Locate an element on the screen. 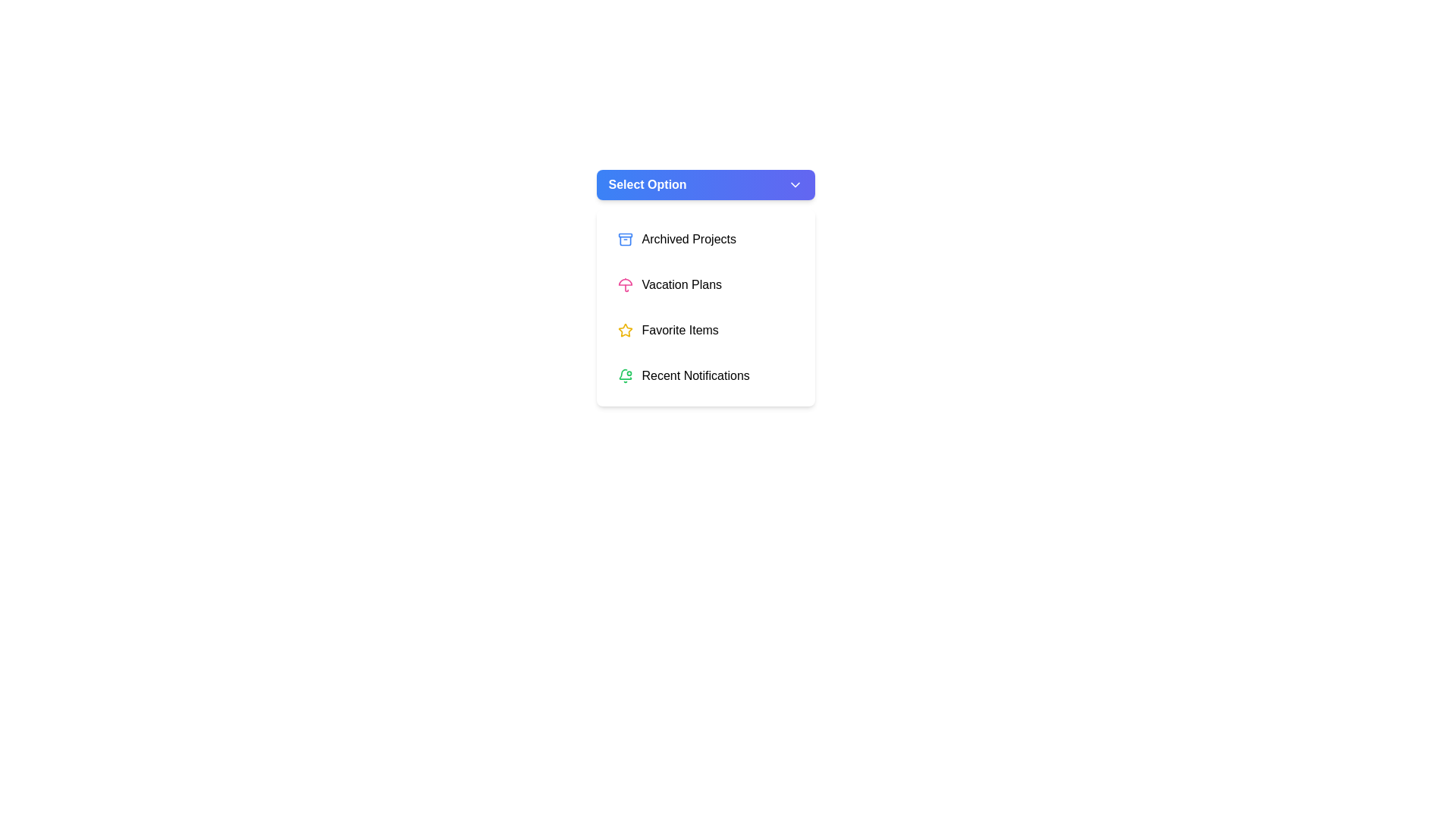 Image resolution: width=1456 pixels, height=819 pixels. the menu item Archived Projects is located at coordinates (704, 239).